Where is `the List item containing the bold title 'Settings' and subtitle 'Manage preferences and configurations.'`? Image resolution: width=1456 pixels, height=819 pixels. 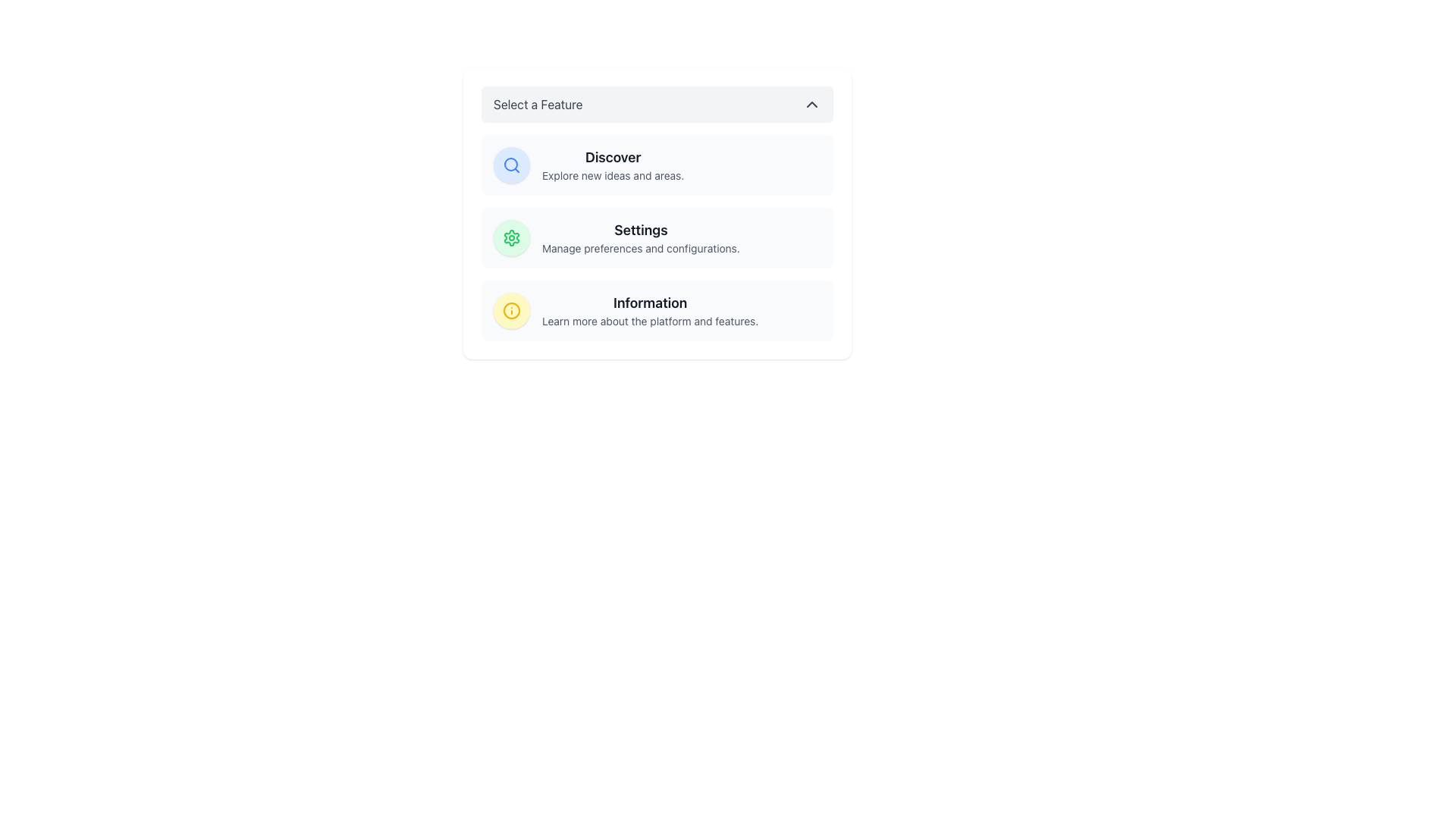 the List item containing the bold title 'Settings' and subtitle 'Manage preferences and configurations.' is located at coordinates (641, 237).